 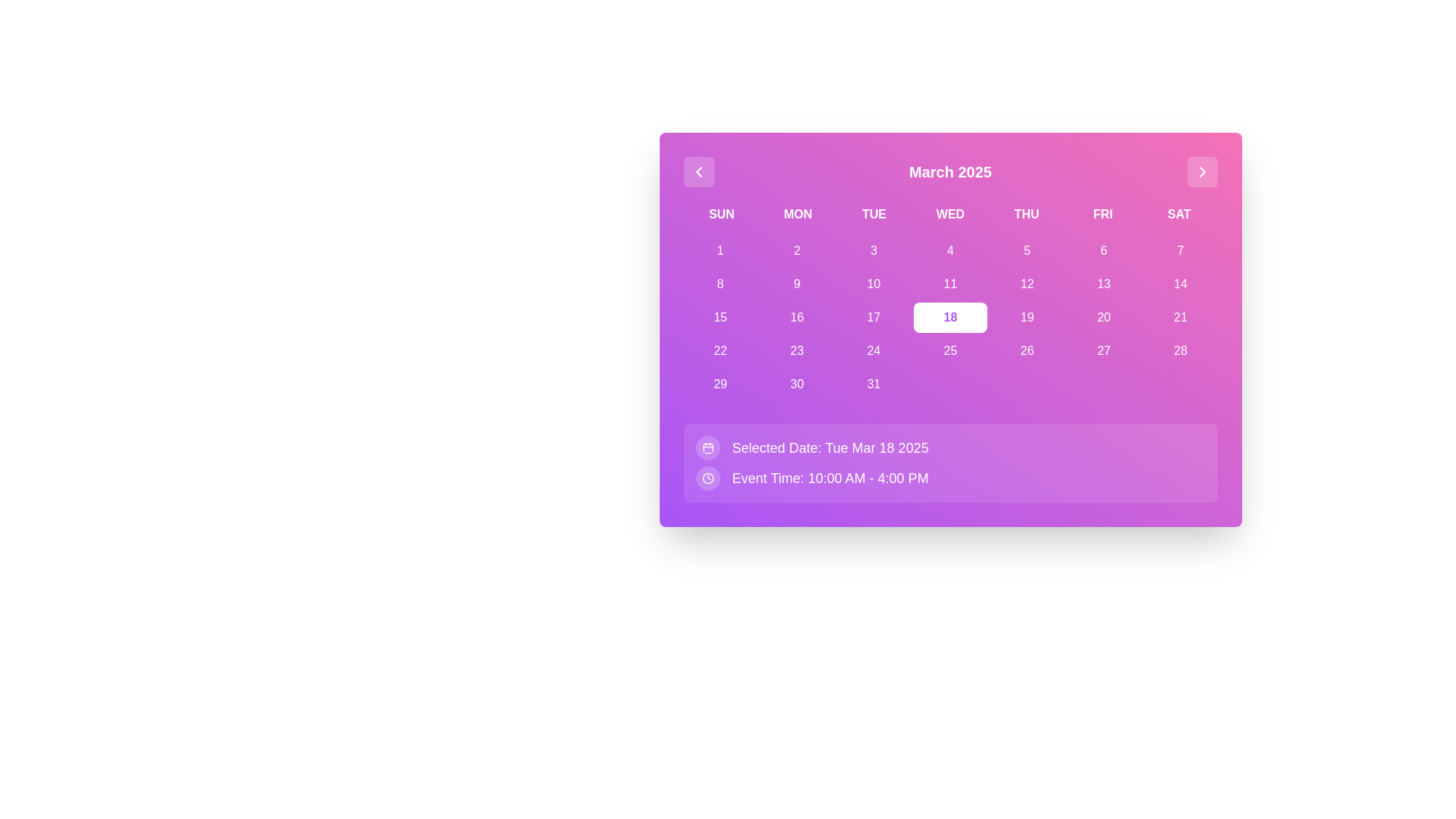 I want to click on the text label 'Sat', which is the last element in the row of weekday names displayed in a grid layout, located in the top-right corner of the interface, so click(x=1178, y=214).